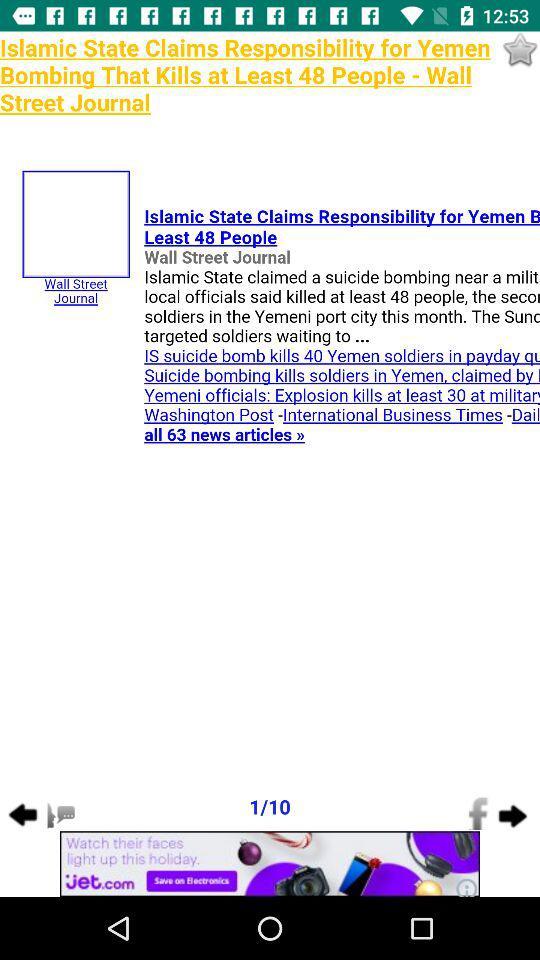 Image resolution: width=540 pixels, height=960 pixels. Describe the element at coordinates (520, 51) in the screenshot. I see `the star icon` at that location.